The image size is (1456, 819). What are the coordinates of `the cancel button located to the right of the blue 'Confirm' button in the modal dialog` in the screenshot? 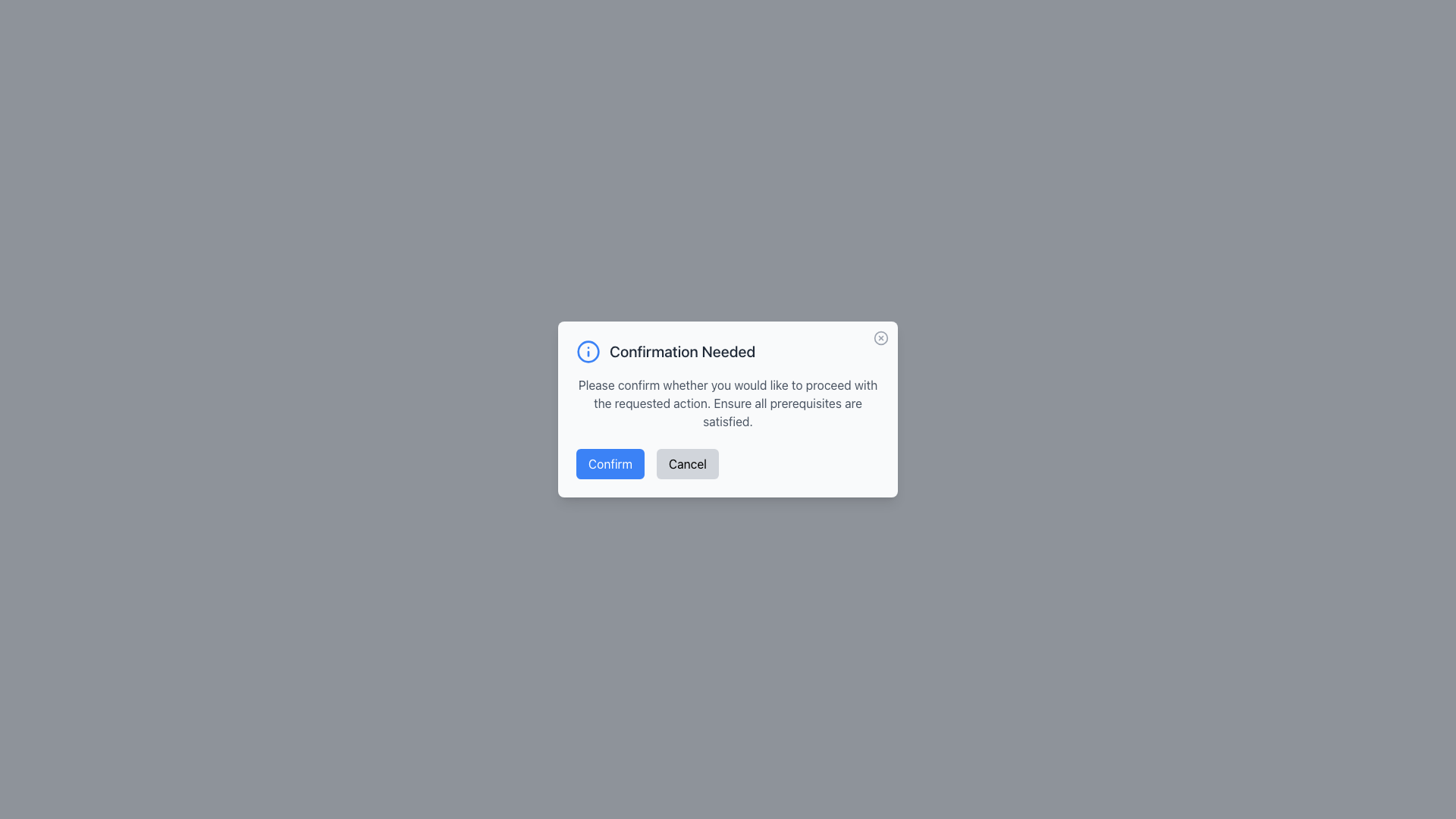 It's located at (686, 463).